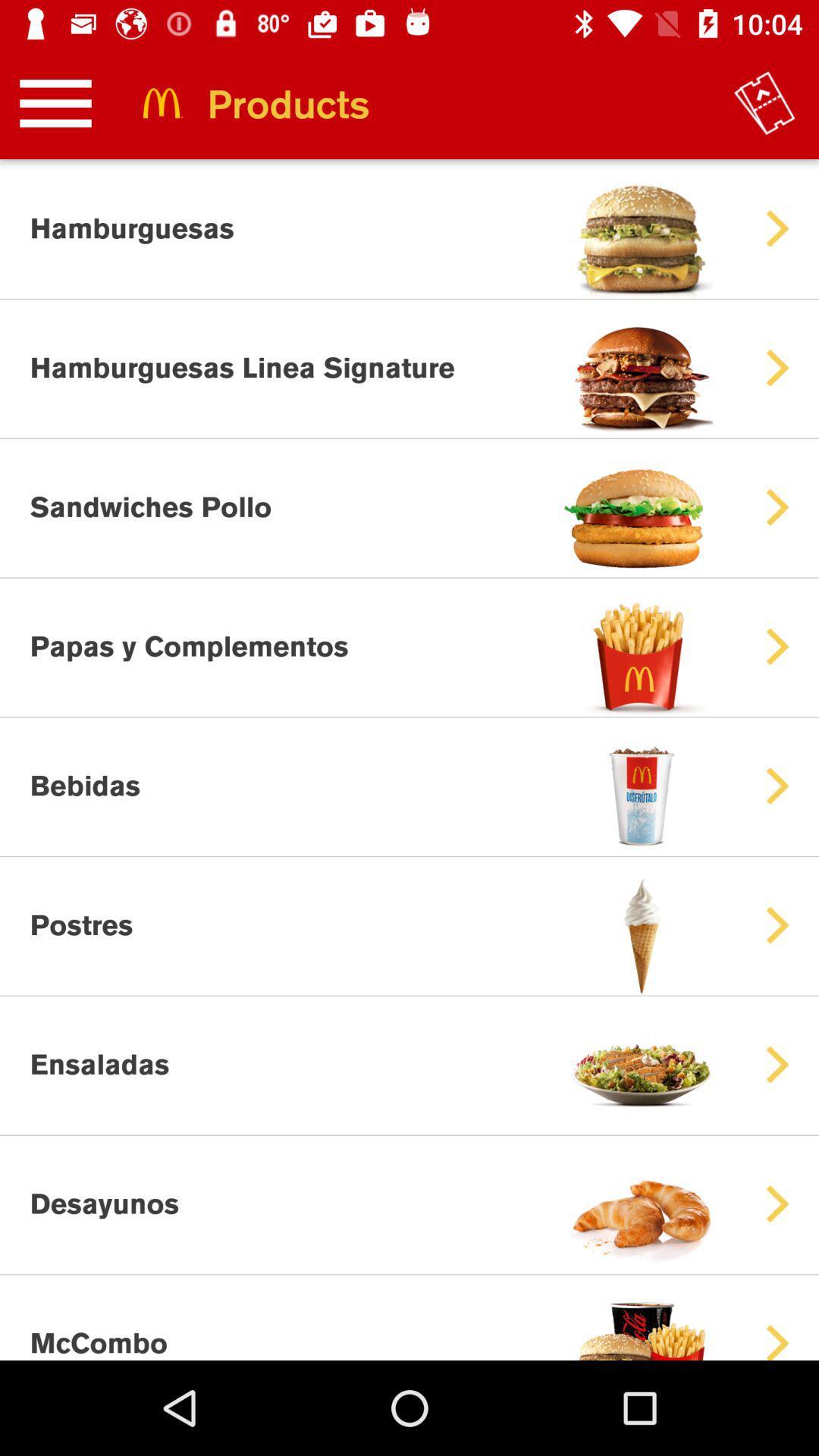  I want to click on app to the right of products app, so click(764, 102).